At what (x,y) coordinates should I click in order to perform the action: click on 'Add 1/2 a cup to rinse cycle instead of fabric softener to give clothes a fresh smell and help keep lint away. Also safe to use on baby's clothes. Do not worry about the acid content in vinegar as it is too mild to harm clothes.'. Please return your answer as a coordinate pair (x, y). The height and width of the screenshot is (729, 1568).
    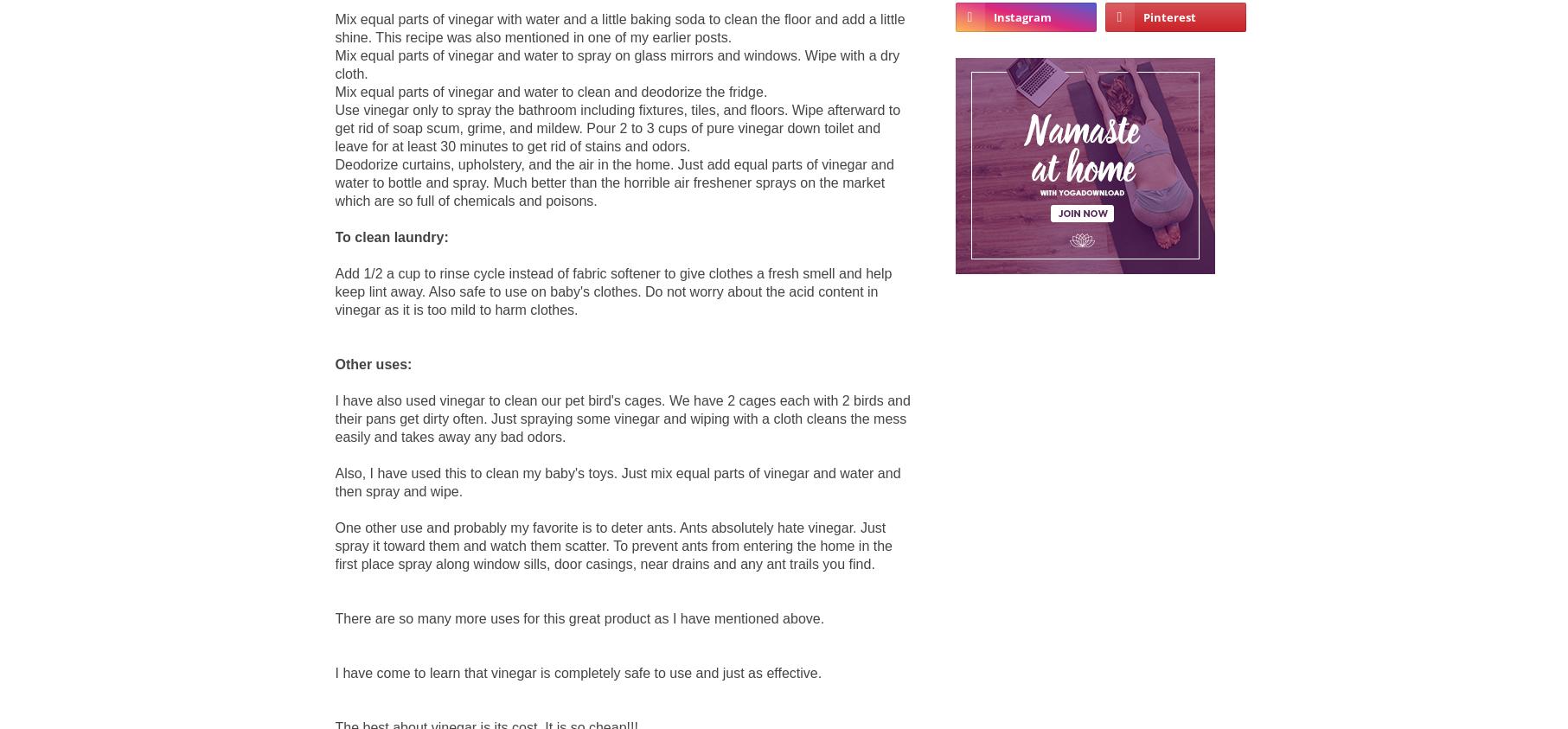
    Looking at the image, I should click on (612, 290).